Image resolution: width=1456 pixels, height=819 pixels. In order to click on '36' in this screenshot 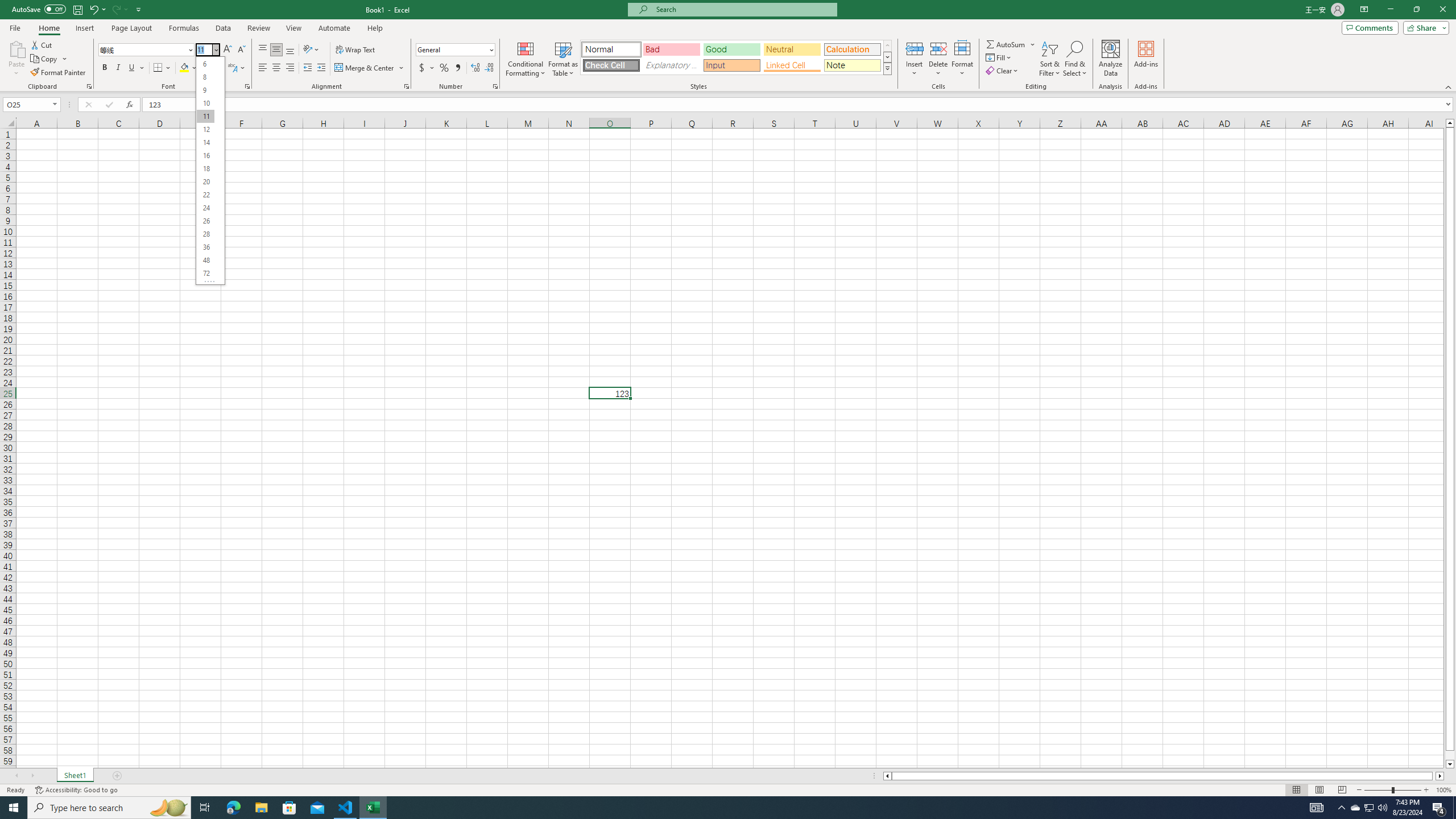, I will do `click(204, 246)`.